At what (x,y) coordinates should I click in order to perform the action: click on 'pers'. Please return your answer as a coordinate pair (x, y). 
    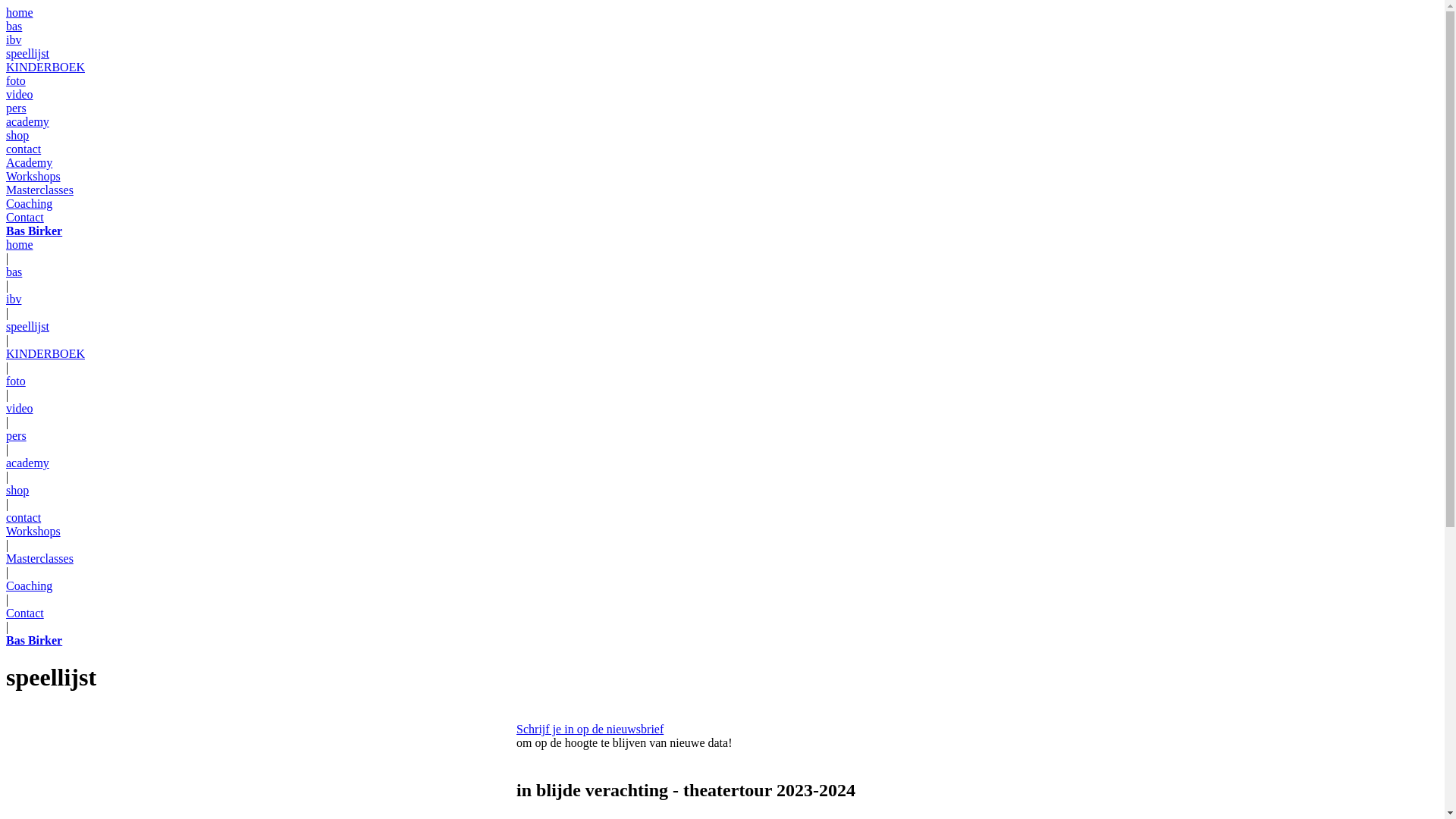
    Looking at the image, I should click on (16, 435).